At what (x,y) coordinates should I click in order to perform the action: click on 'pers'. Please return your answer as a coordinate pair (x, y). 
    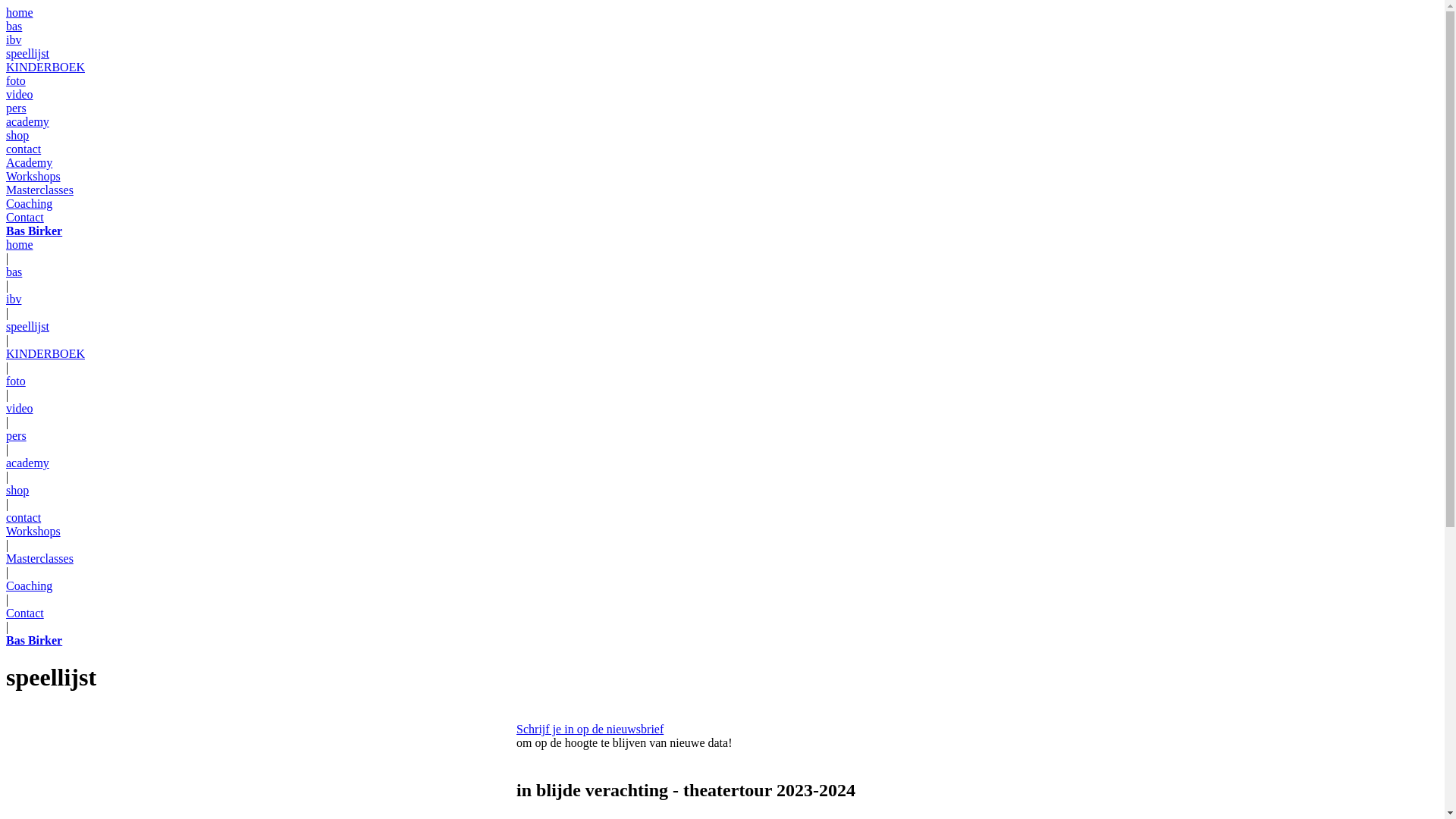
    Looking at the image, I should click on (16, 435).